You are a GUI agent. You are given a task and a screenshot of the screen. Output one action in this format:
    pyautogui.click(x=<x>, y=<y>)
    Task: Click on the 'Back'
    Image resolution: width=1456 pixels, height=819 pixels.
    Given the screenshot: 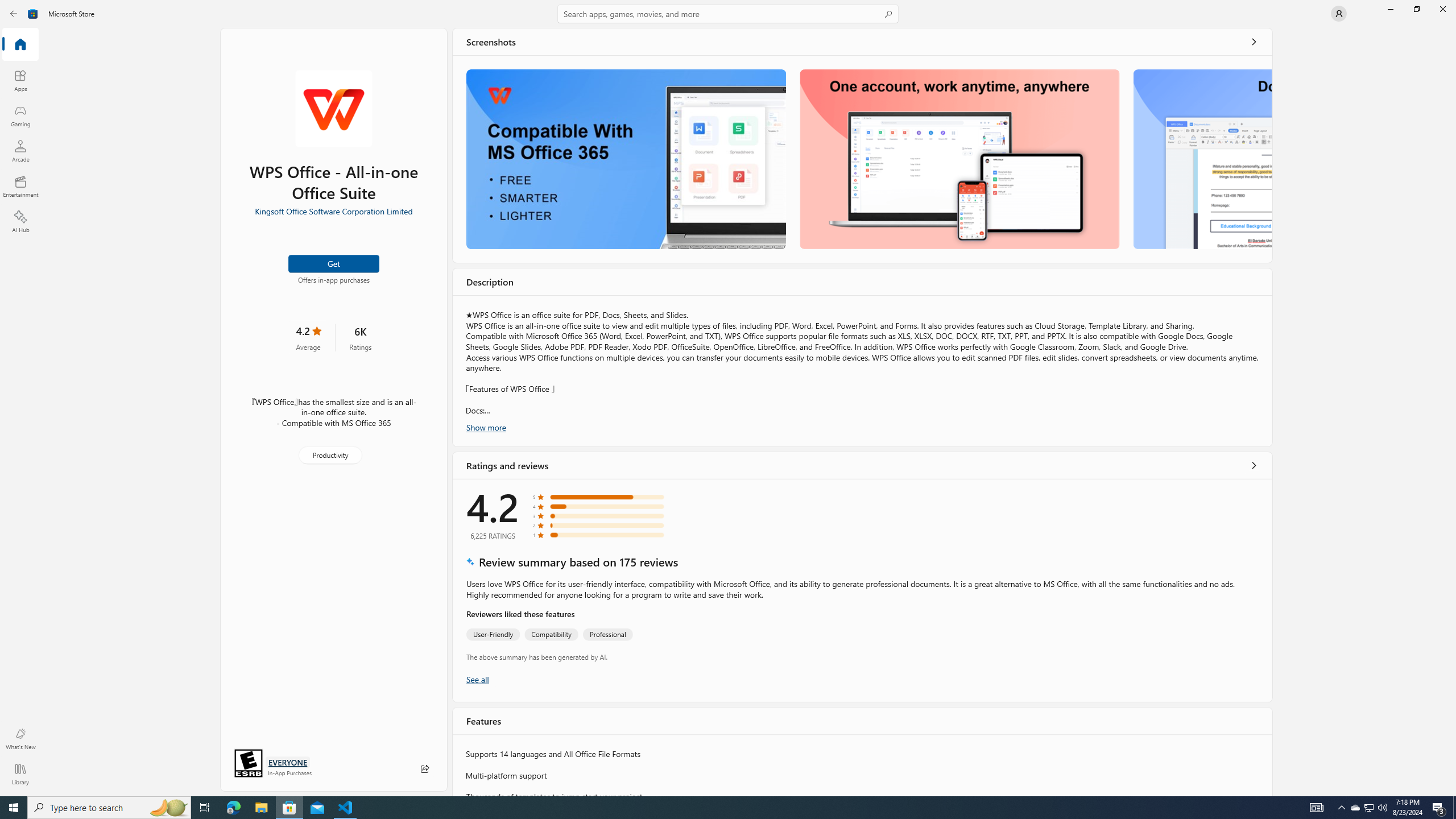 What is the action you would take?
    pyautogui.click(x=14, y=13)
    